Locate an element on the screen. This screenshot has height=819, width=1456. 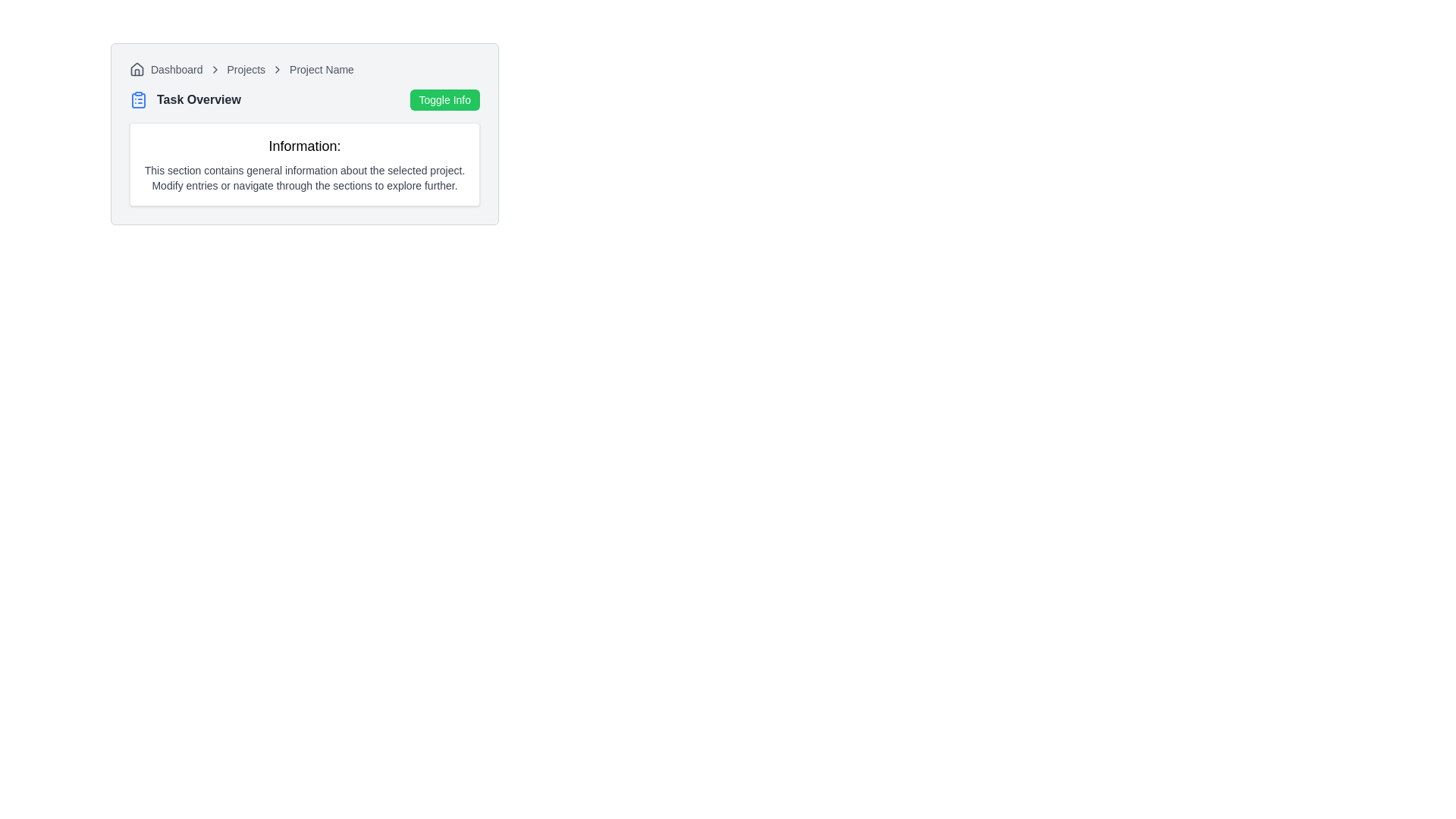
the descriptive text element located below the title 'Information:' in a bordered white rectangular area, which provides guidance and information regarding available functionalities is located at coordinates (304, 177).